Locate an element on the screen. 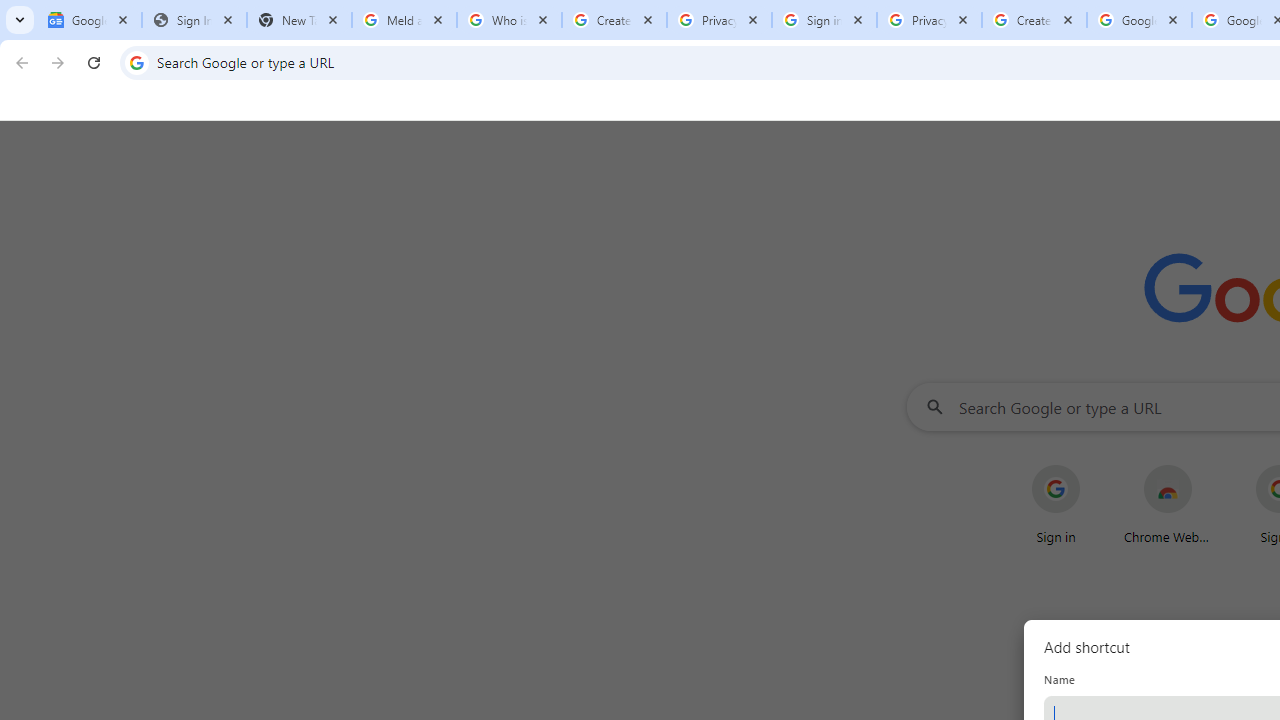 The width and height of the screenshot is (1280, 720). 'New Tab' is located at coordinates (298, 20).